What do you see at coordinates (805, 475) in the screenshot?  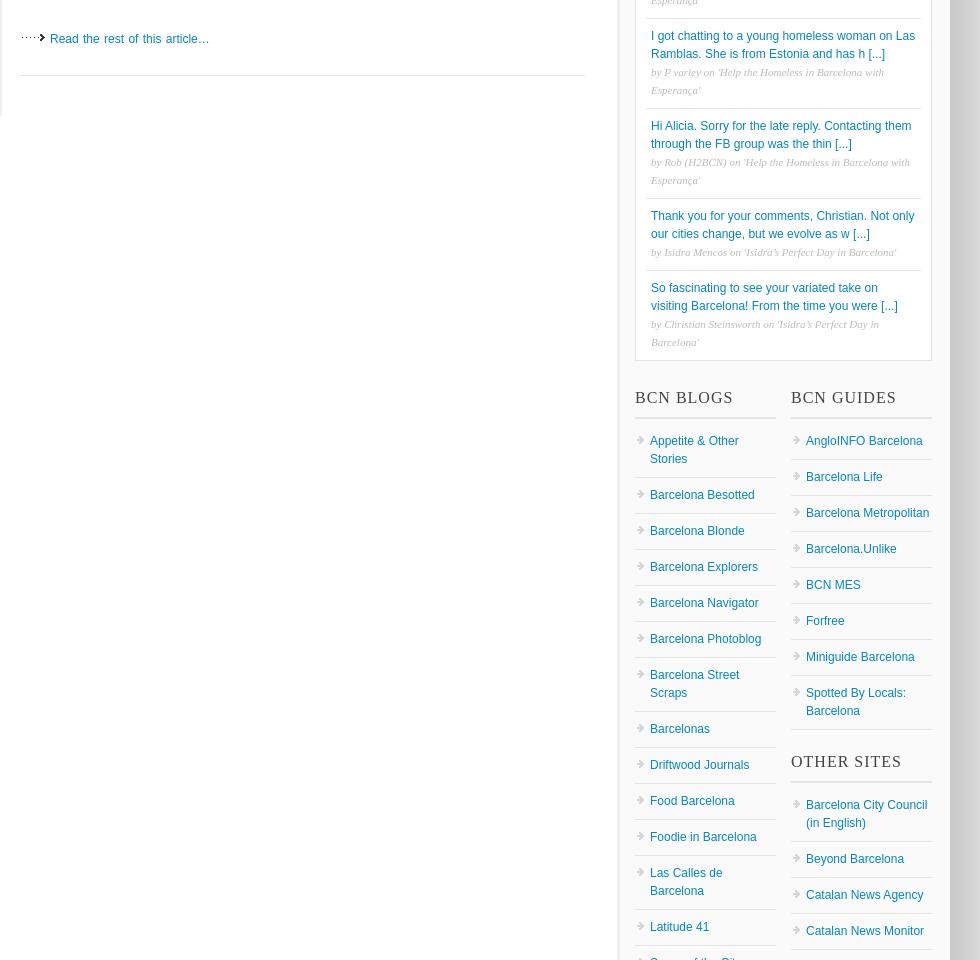 I see `'Barcelona Life'` at bounding box center [805, 475].